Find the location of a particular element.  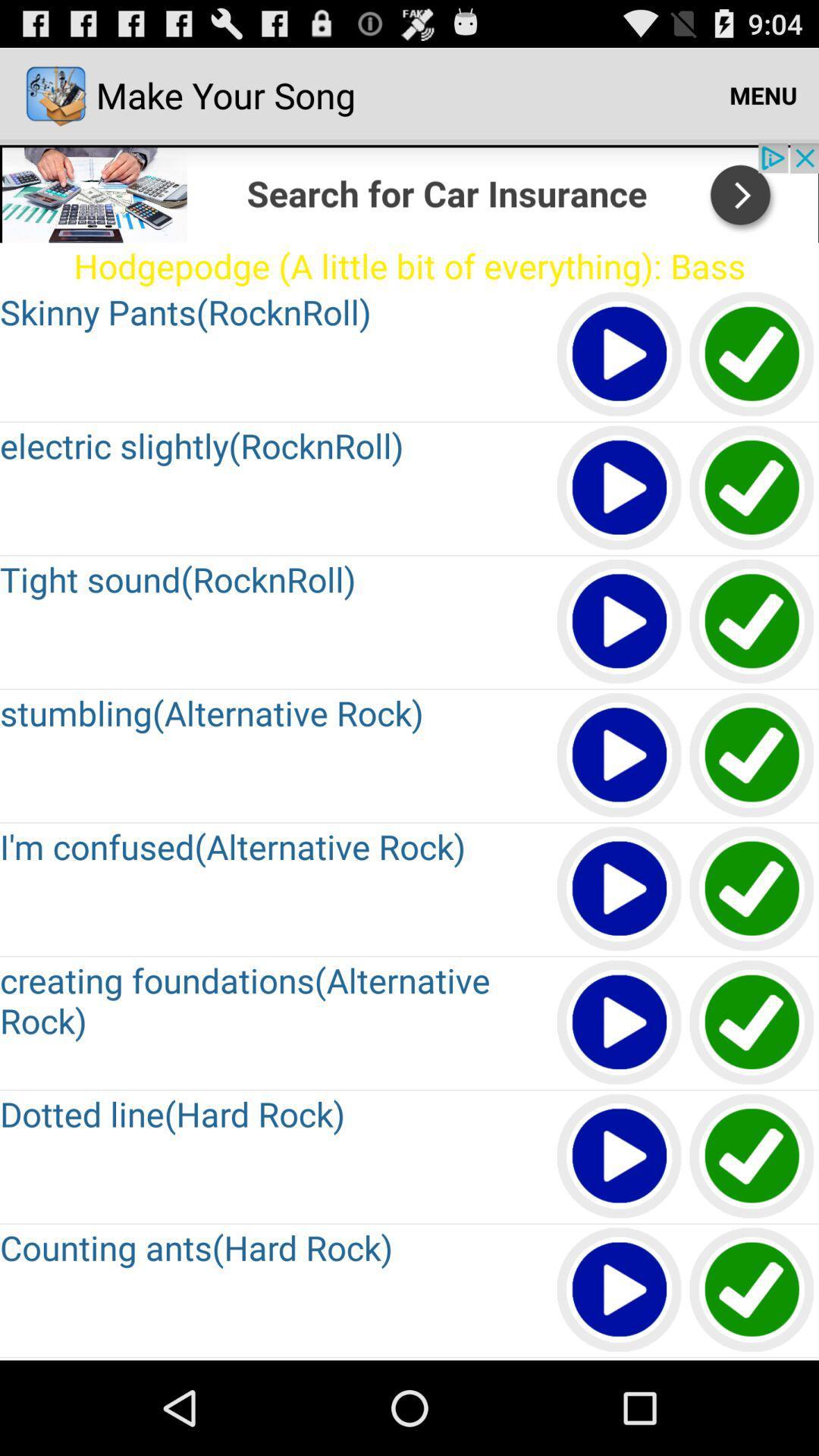

line is located at coordinates (752, 1156).